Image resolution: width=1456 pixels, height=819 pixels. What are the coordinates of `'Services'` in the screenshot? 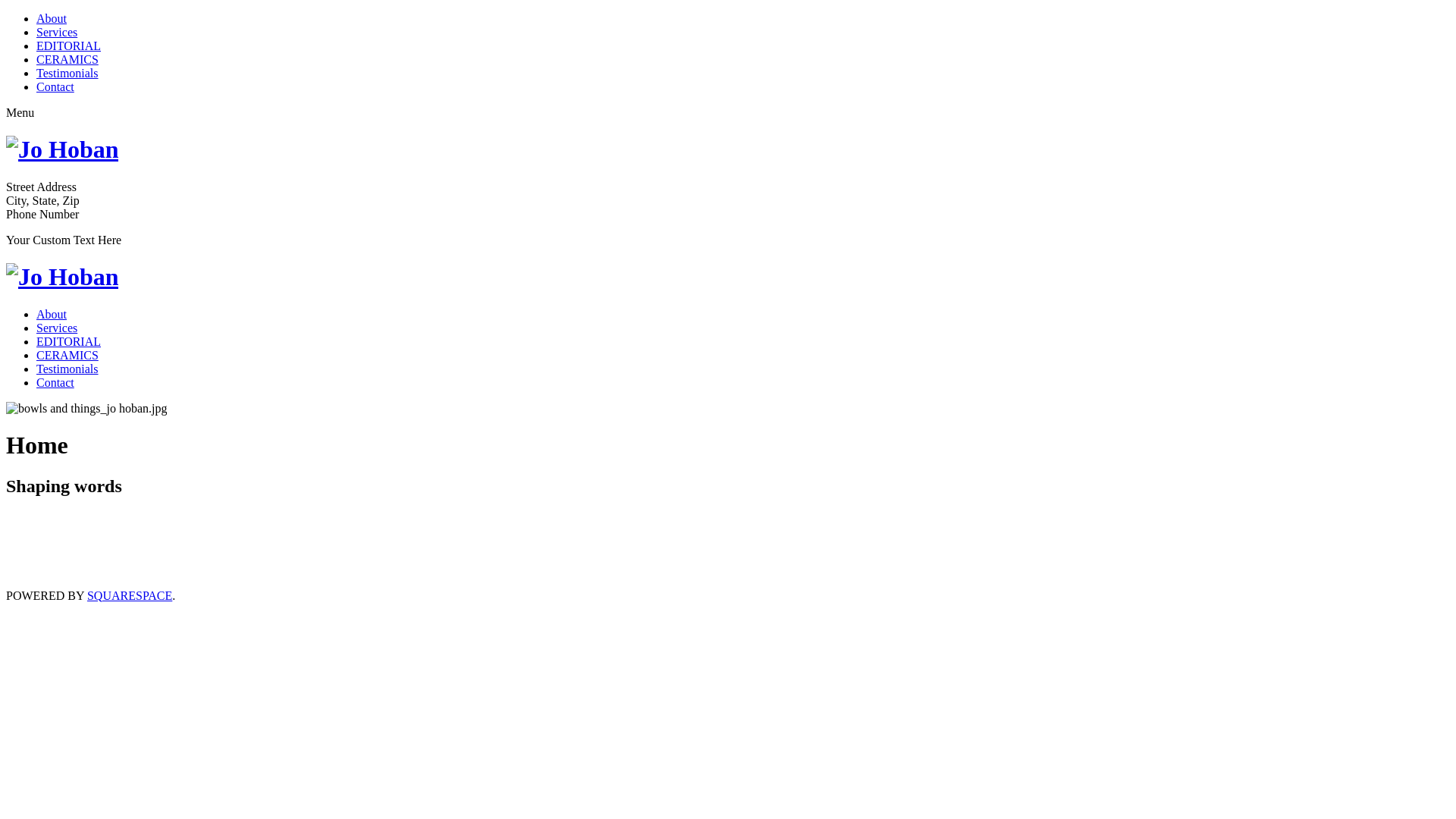 It's located at (57, 32).